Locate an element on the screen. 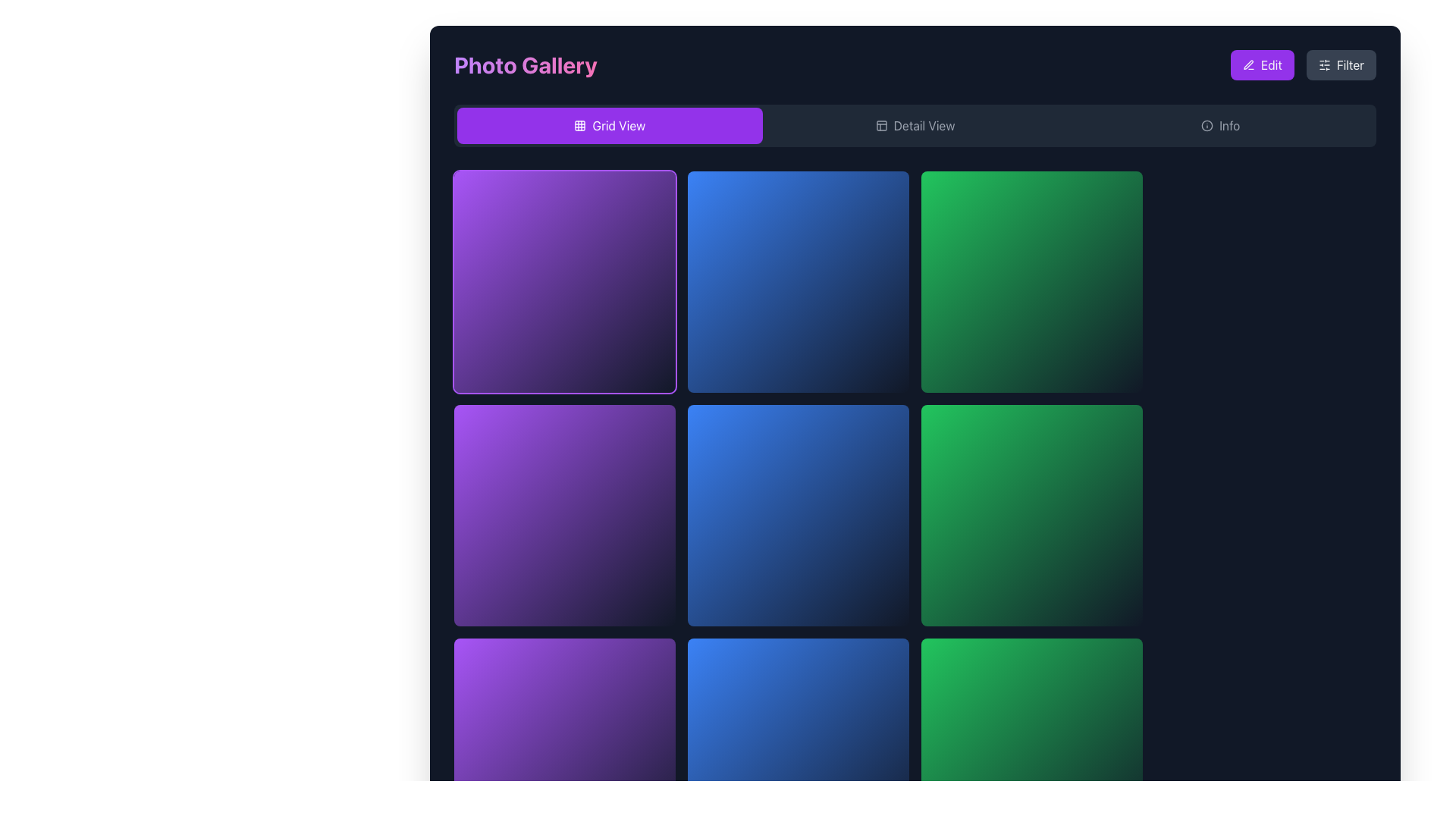 The width and height of the screenshot is (1456, 819). the rounded square element located in the top-left corner of a 3x3 grid icon in the top bar, adjacent to a purple-highlighted button for grid view is located at coordinates (579, 124).